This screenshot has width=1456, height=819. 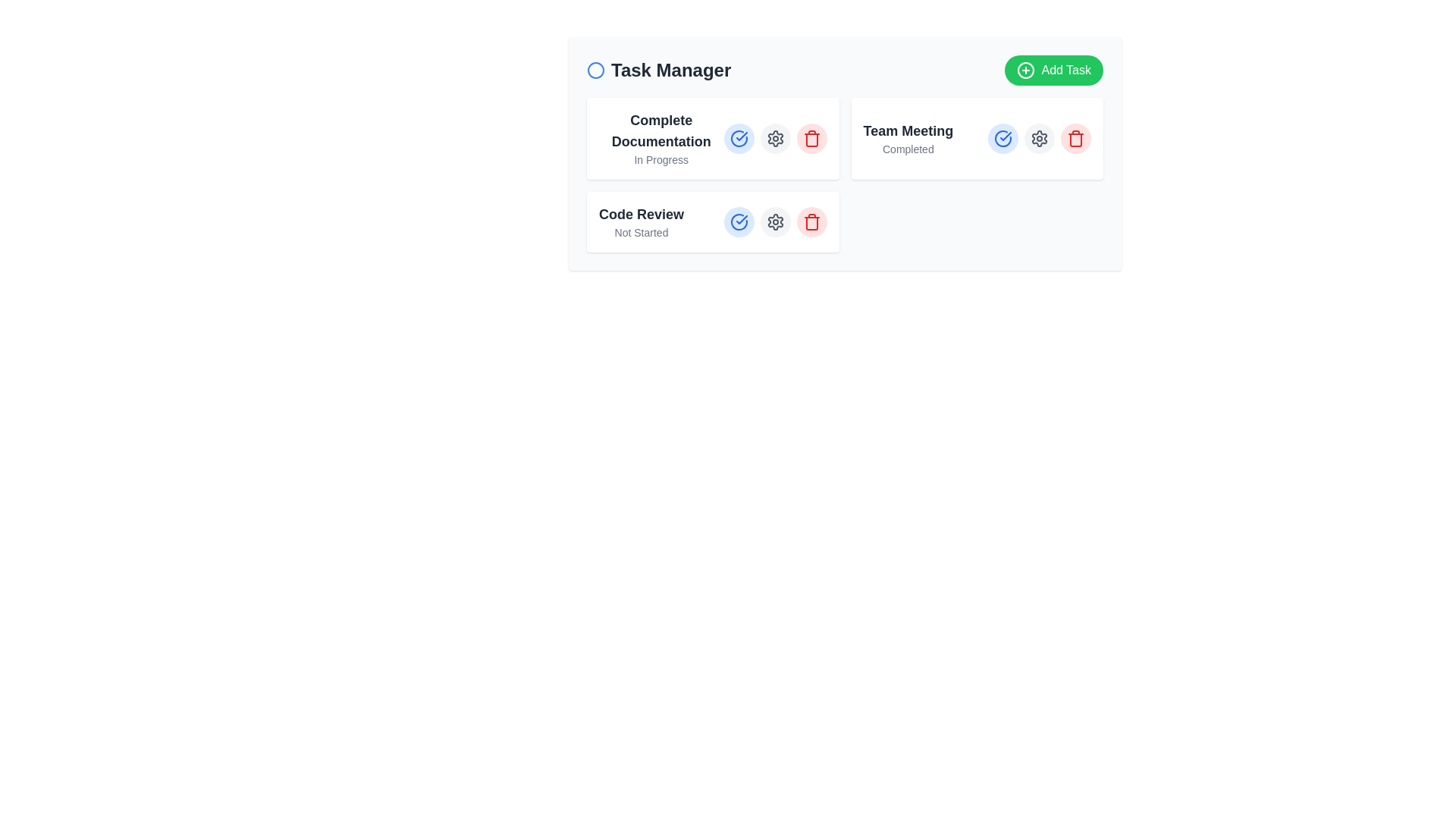 I want to click on the leftmost icon button indicating the completion status of the 'Code Review' task, so click(x=739, y=222).